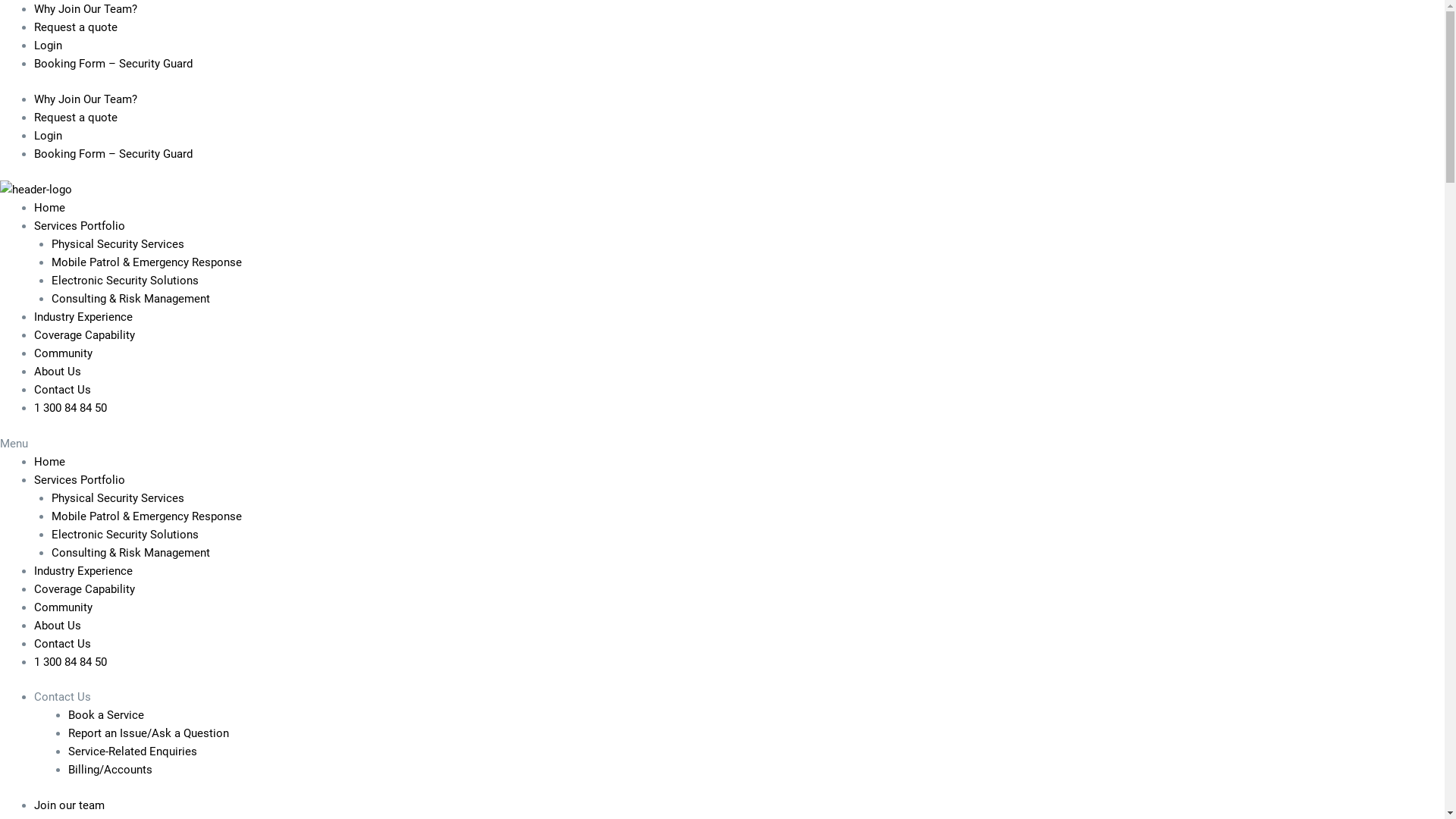 This screenshot has width=1456, height=819. What do you see at coordinates (124, 534) in the screenshot?
I see `'Electronic Security Solutions'` at bounding box center [124, 534].